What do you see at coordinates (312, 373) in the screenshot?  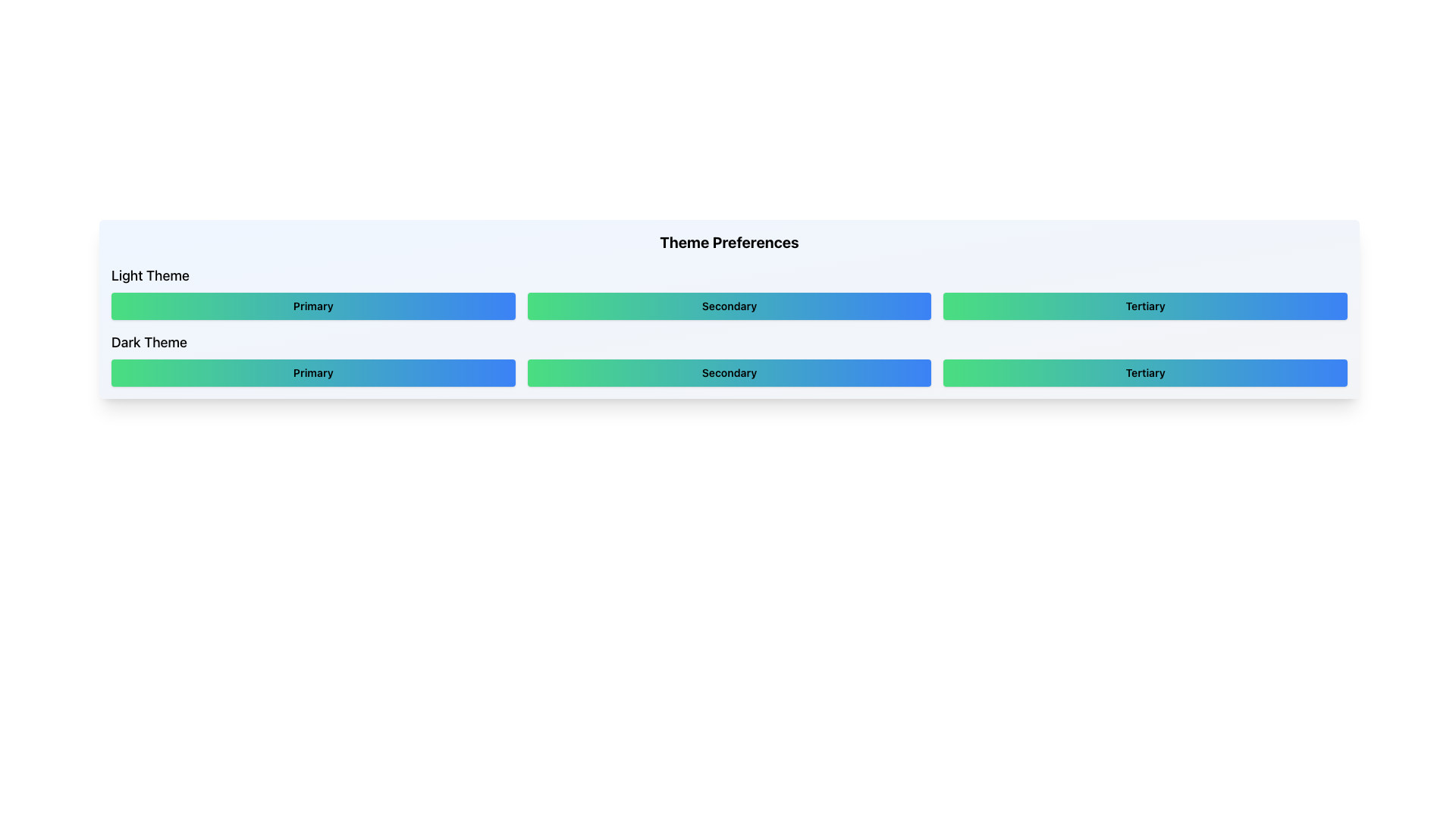 I see `the 'Primary' button with a gradient background transitioning from green to blue, located in the lower row of buttons labeled 'Dark Theme'` at bounding box center [312, 373].